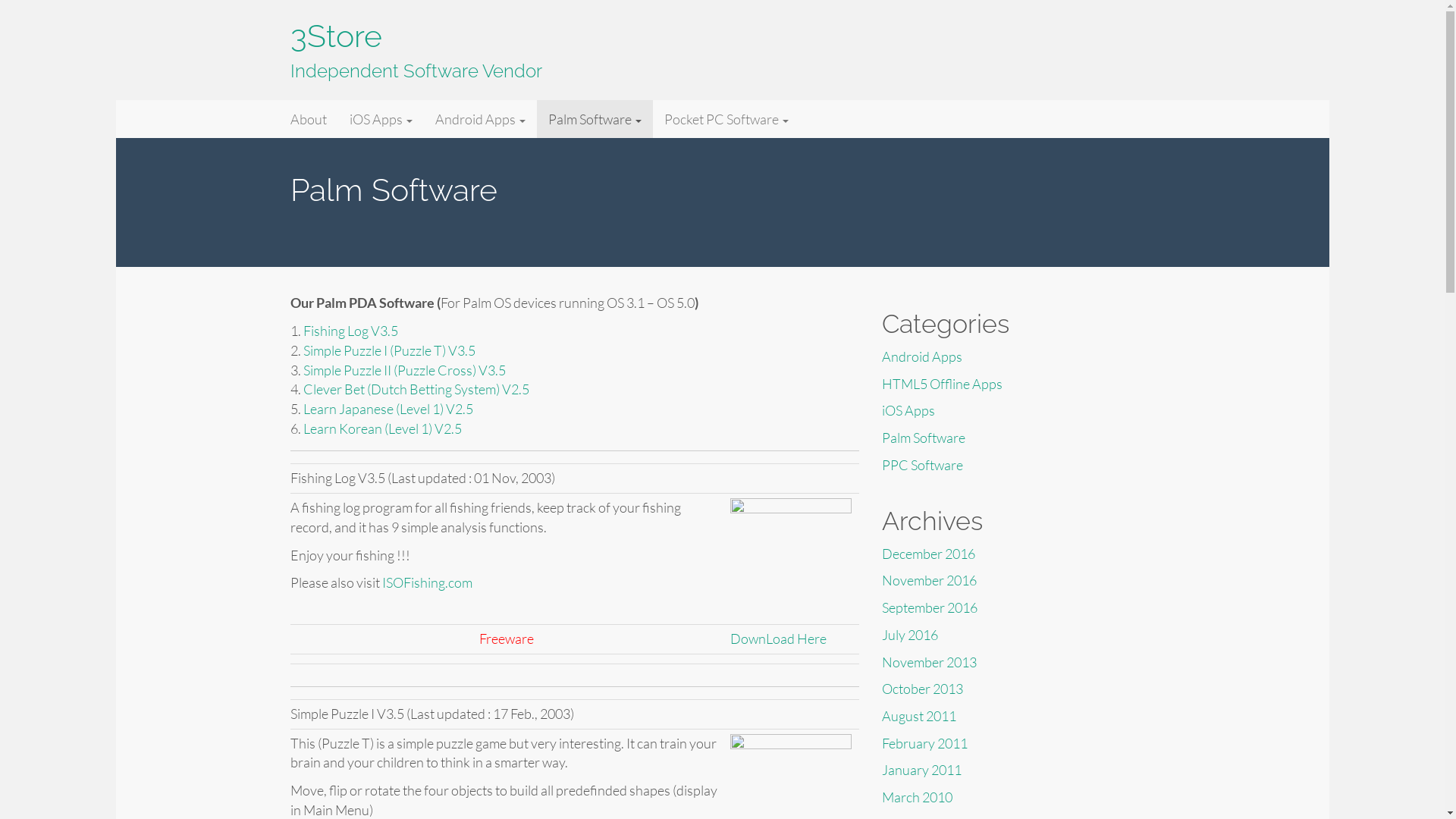 The image size is (1456, 819). What do you see at coordinates (880, 356) in the screenshot?
I see `'Android Apps'` at bounding box center [880, 356].